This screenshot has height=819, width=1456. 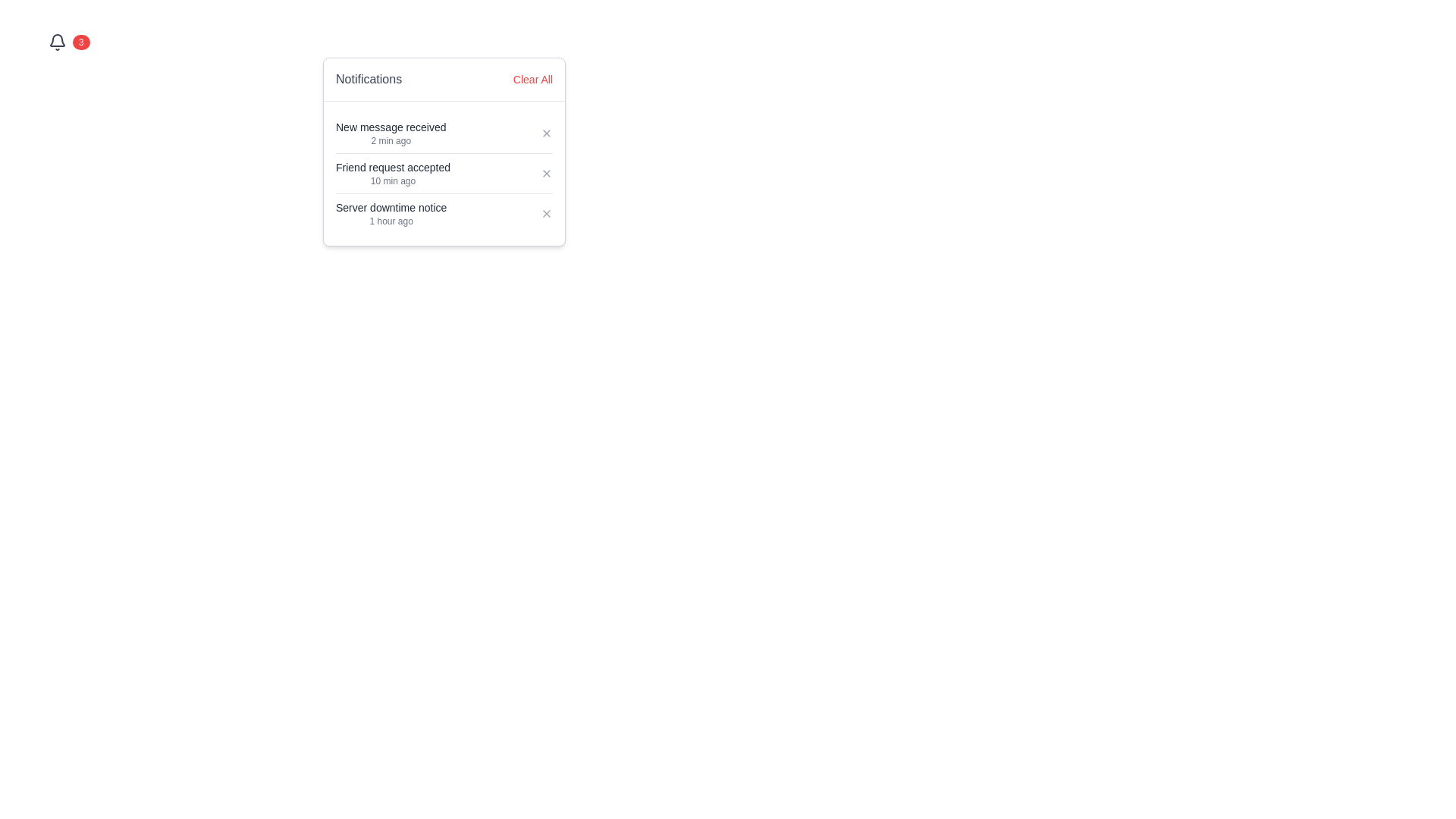 I want to click on the notification badge indicating three new notifications, located at the top-right of the interface adjacent to the bell-shaped notification icon, so click(x=80, y=42).